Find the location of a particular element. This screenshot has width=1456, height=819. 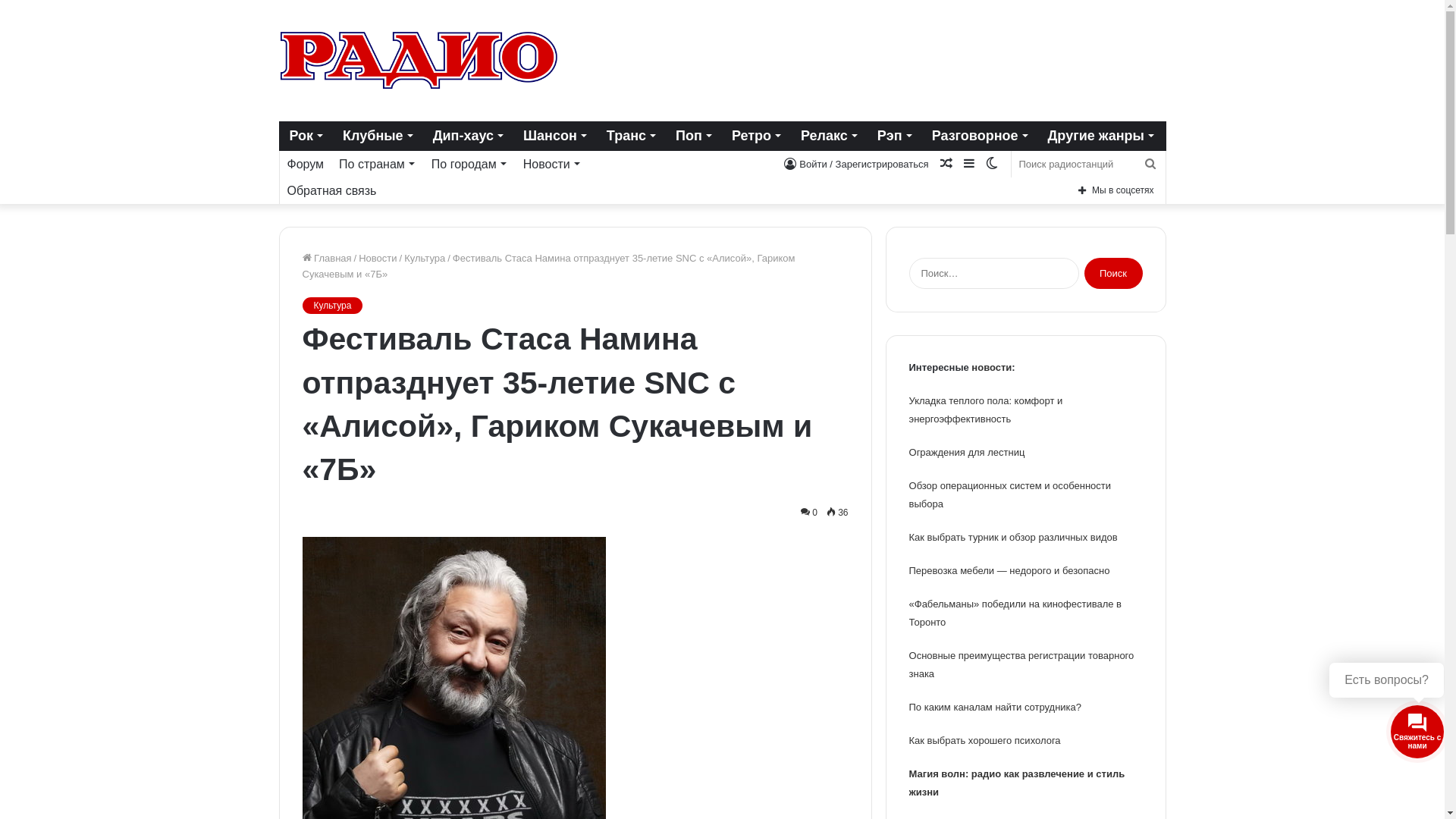

'Switch skin' is located at coordinates (990, 164).